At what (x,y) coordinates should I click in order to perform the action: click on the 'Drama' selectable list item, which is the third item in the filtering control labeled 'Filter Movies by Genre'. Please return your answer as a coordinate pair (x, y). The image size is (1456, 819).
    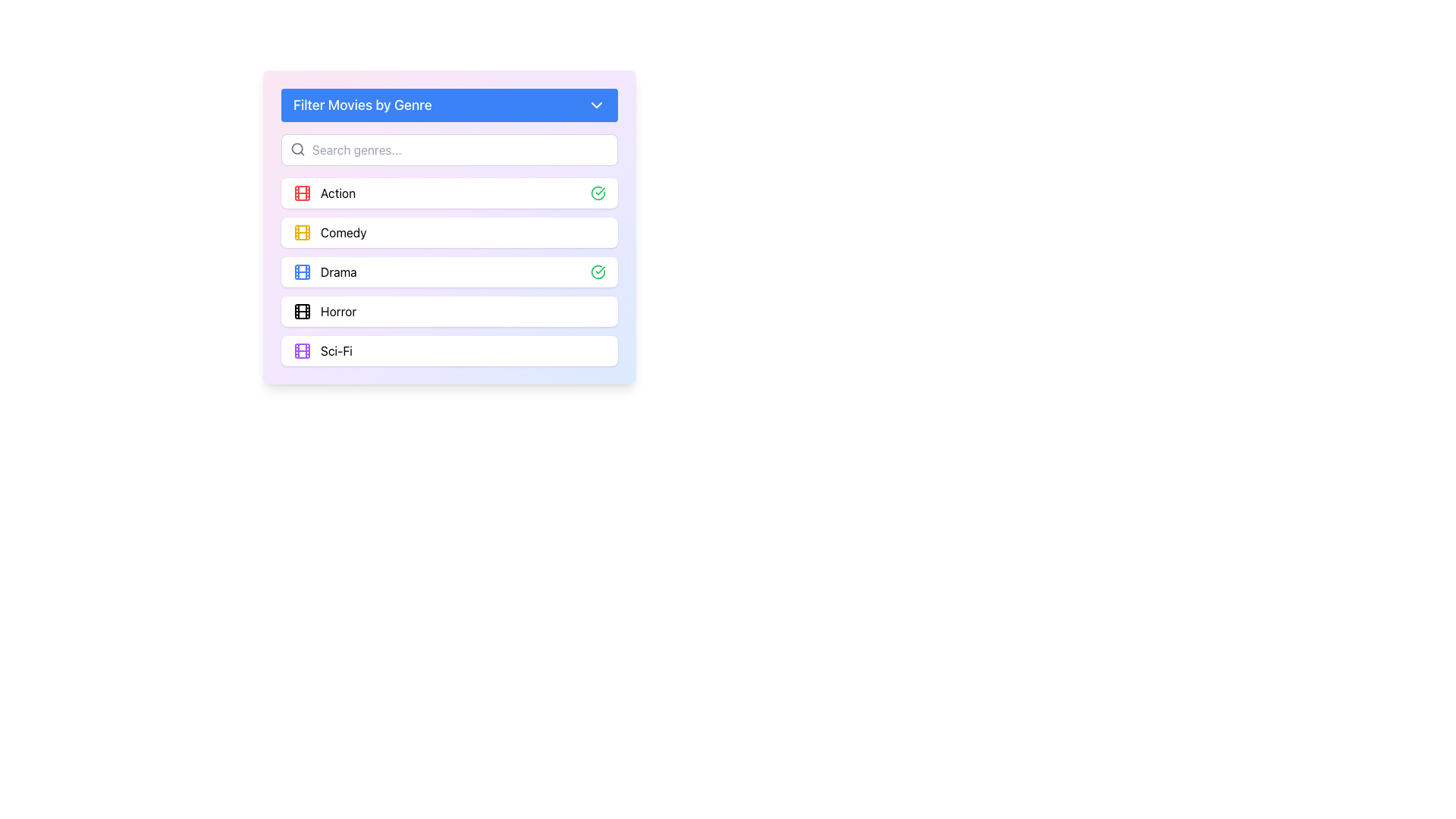
    Looking at the image, I should click on (449, 271).